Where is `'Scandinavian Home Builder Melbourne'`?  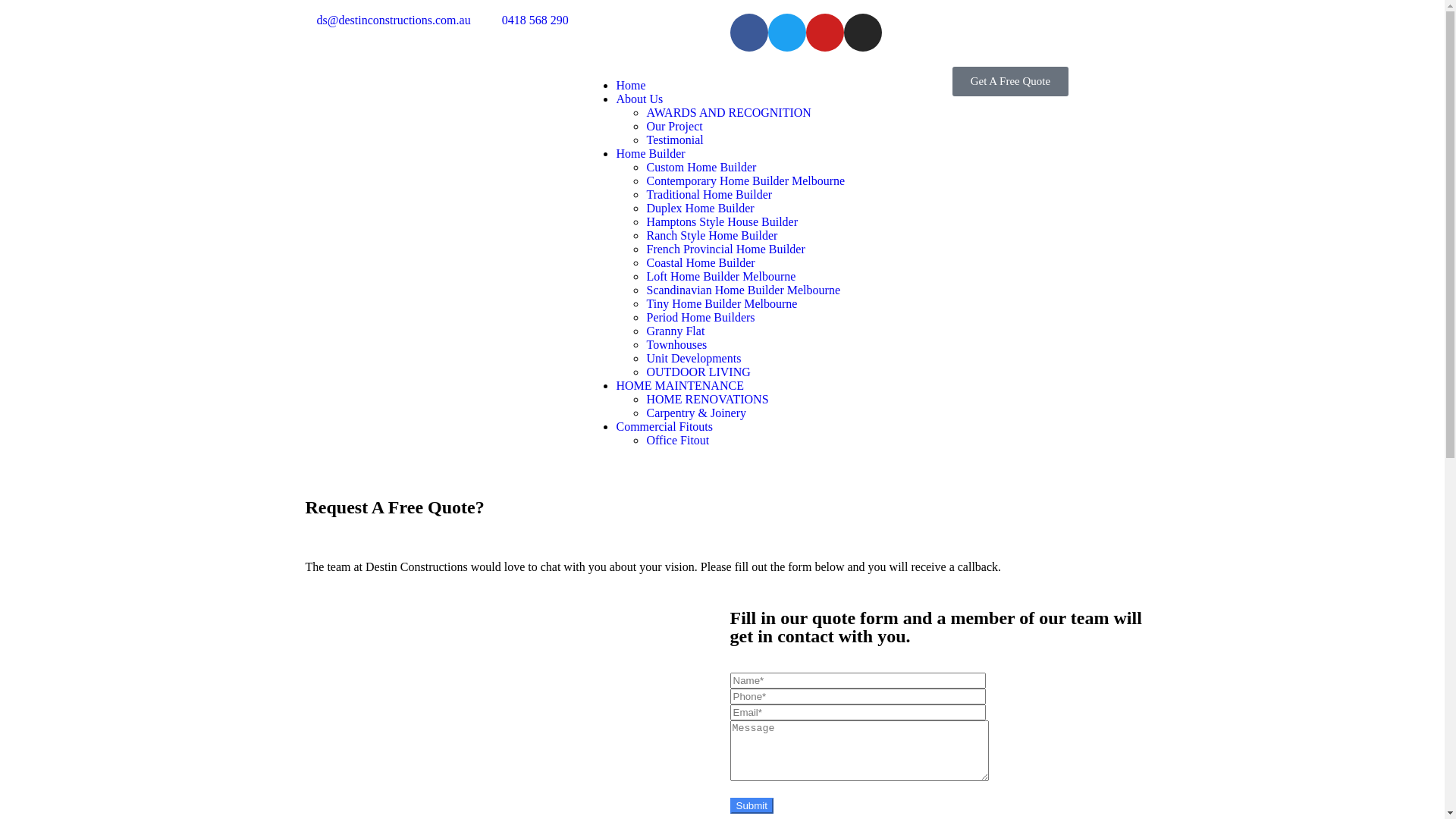 'Scandinavian Home Builder Melbourne' is located at coordinates (742, 290).